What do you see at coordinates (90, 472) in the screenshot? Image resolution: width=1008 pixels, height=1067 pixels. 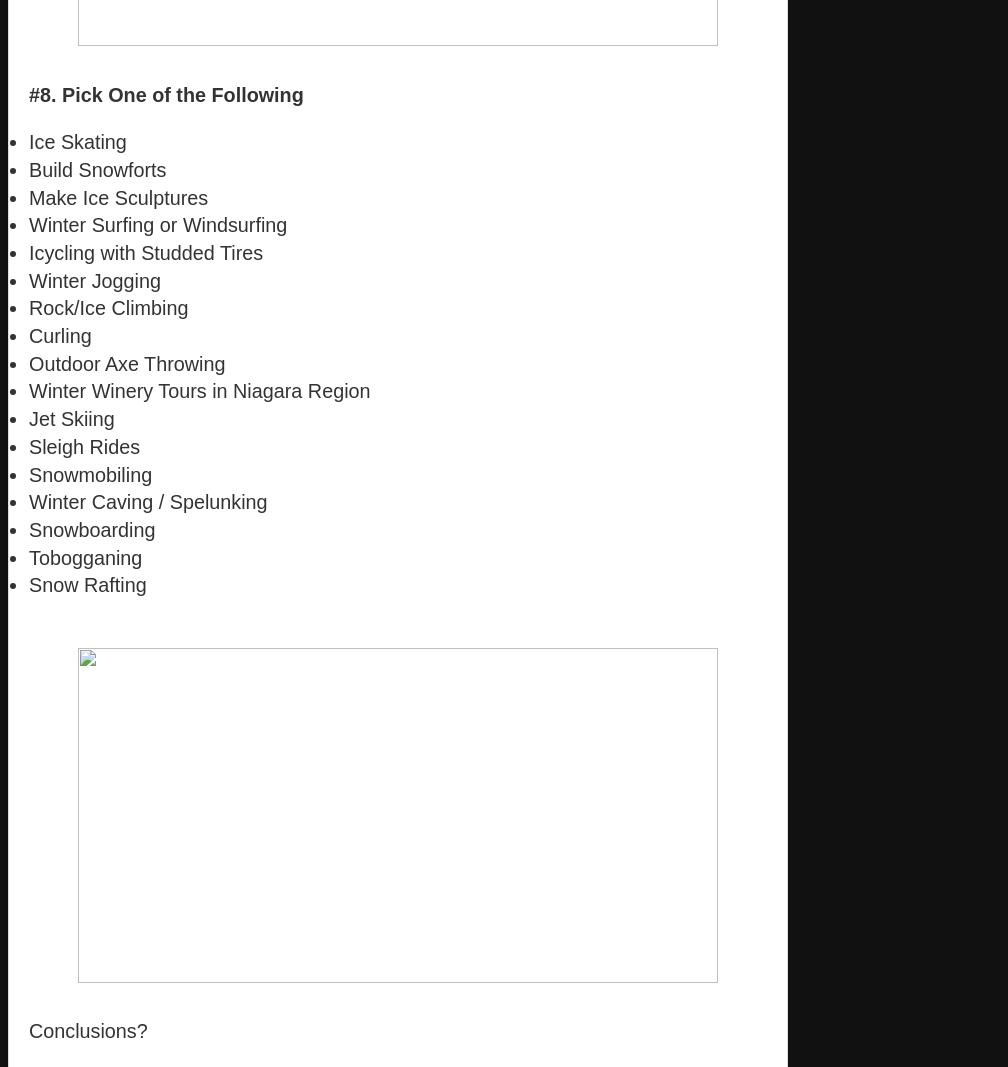 I see `'Snowmobiling'` at bounding box center [90, 472].